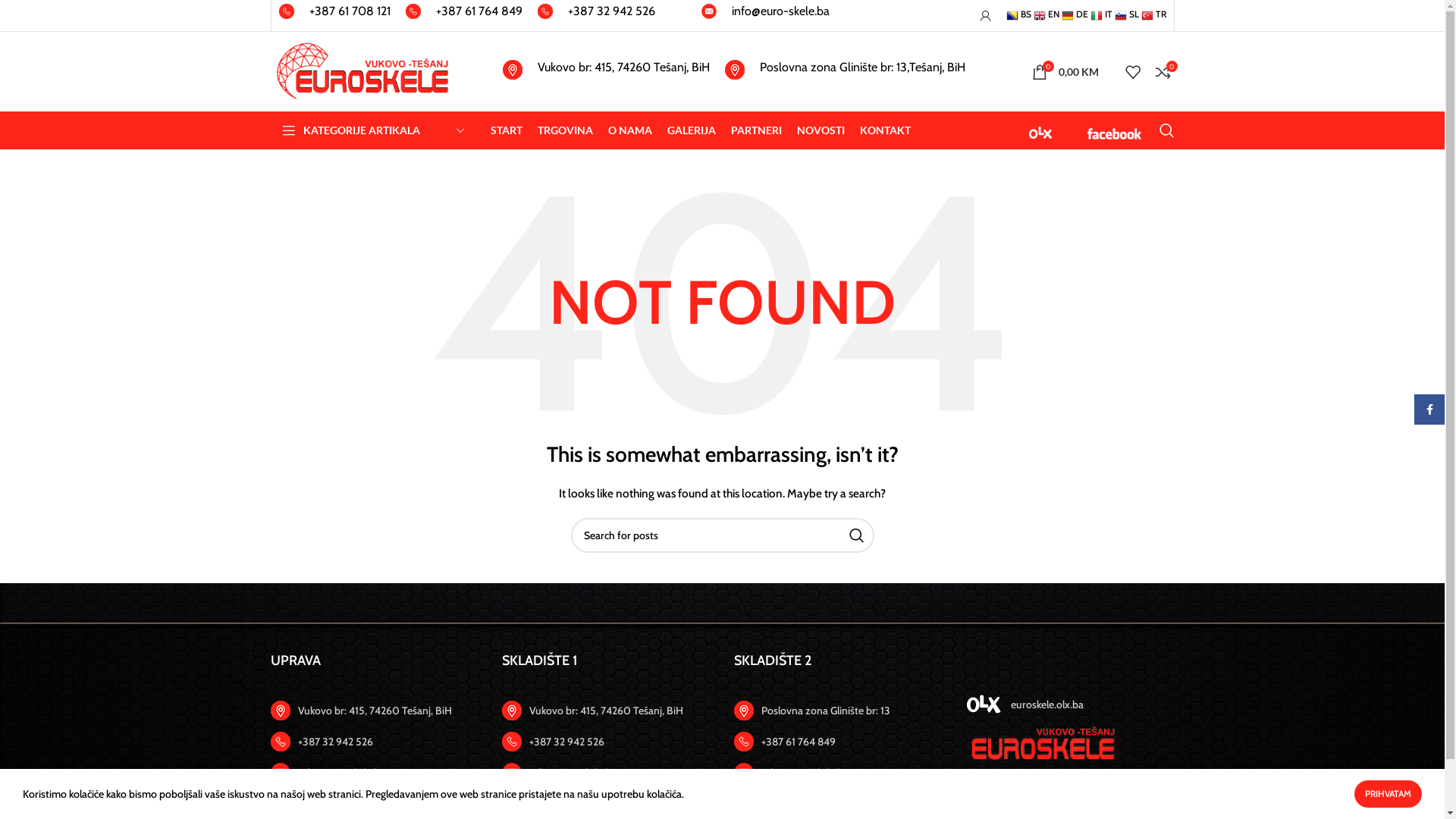 This screenshot has height=819, width=1456. Describe the element at coordinates (1163, 71) in the screenshot. I see `'0'` at that location.